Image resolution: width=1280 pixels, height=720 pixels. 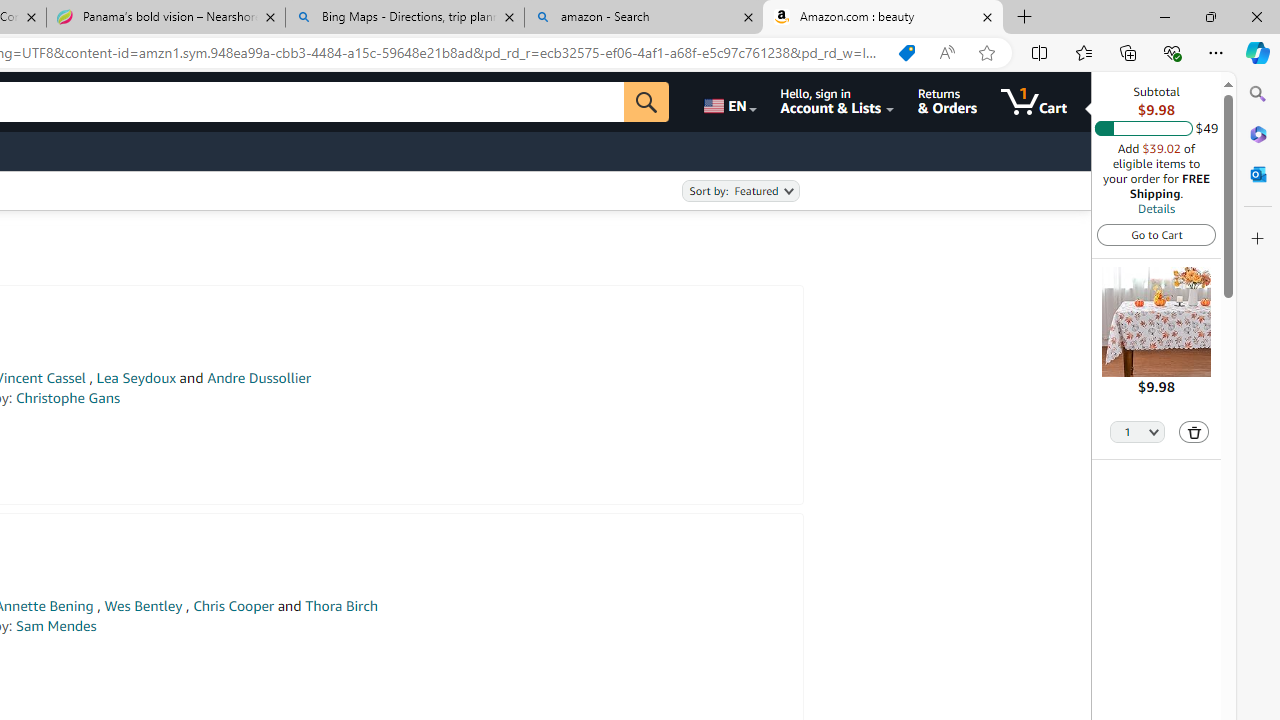 I want to click on 'Go', so click(x=647, y=101).